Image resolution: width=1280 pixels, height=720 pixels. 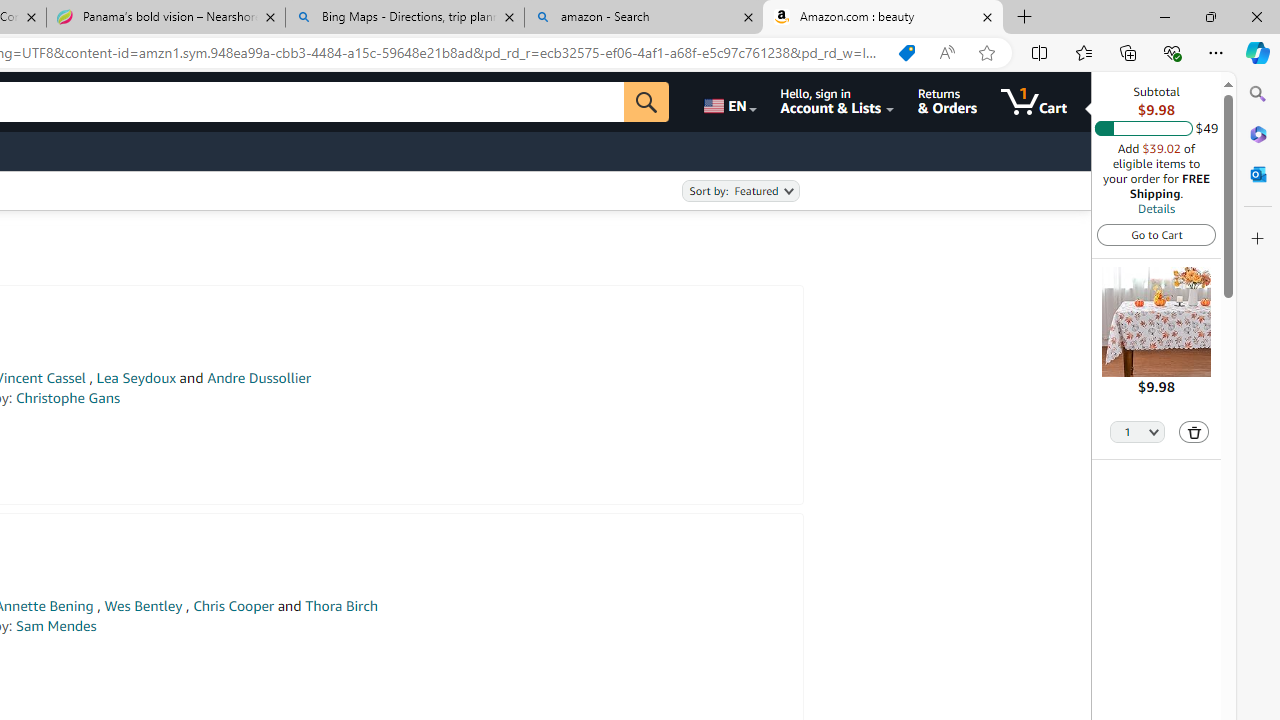 I want to click on 'Go', so click(x=647, y=101).